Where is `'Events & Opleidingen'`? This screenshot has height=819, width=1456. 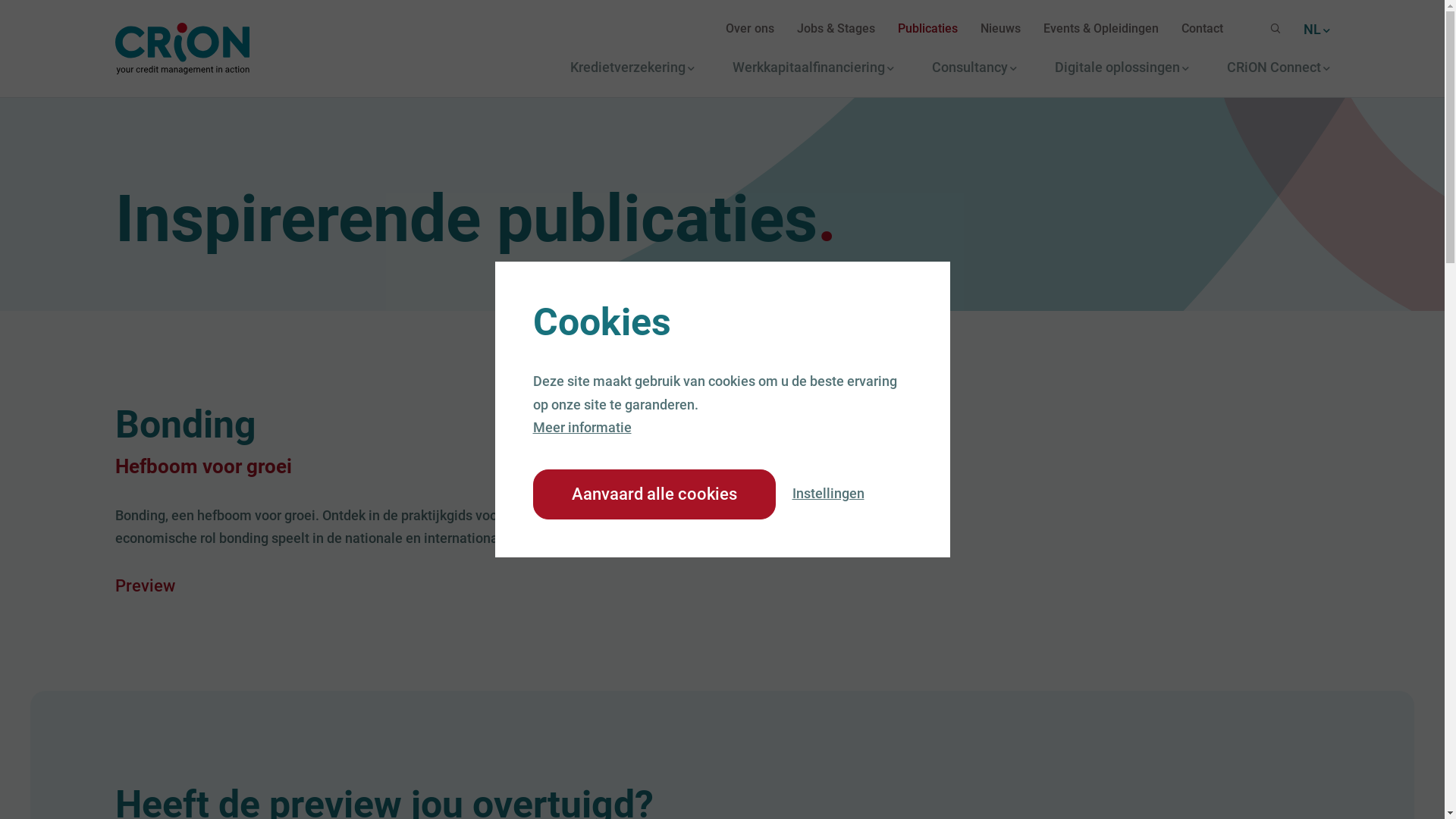 'Events & Opleidingen' is located at coordinates (1100, 29).